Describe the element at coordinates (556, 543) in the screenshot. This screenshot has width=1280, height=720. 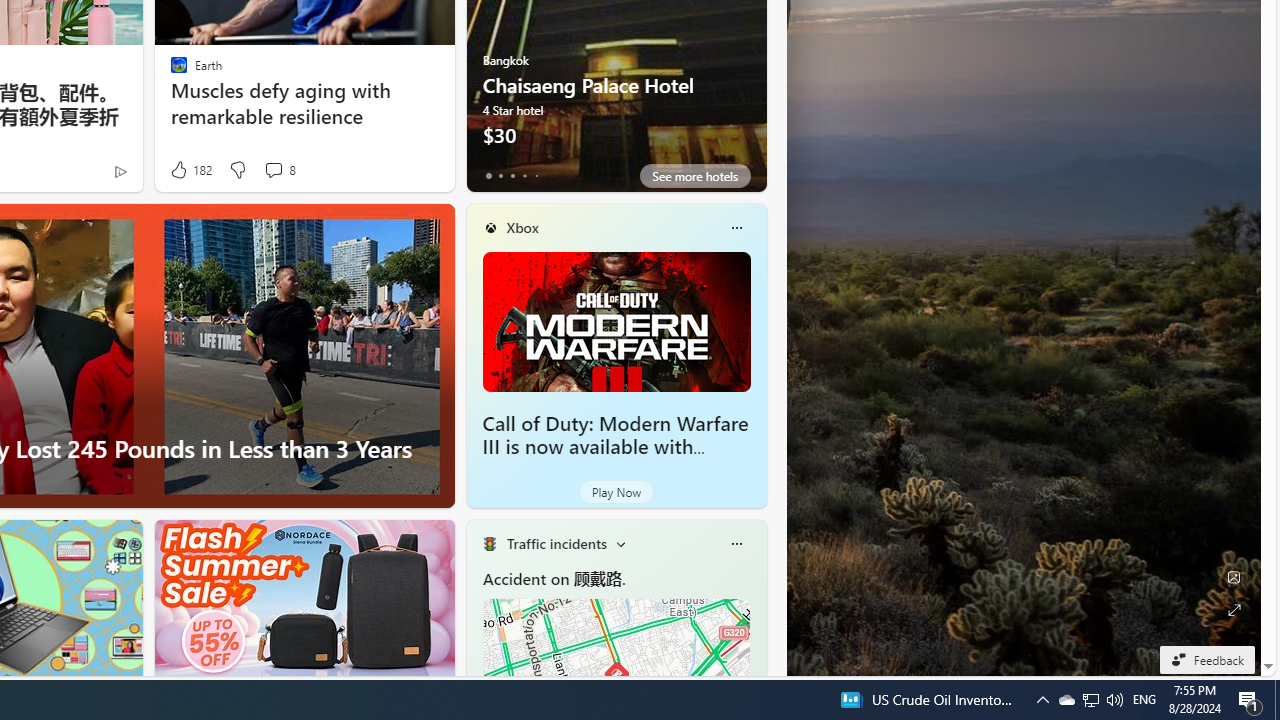
I see `'Traffic incidents'` at that location.